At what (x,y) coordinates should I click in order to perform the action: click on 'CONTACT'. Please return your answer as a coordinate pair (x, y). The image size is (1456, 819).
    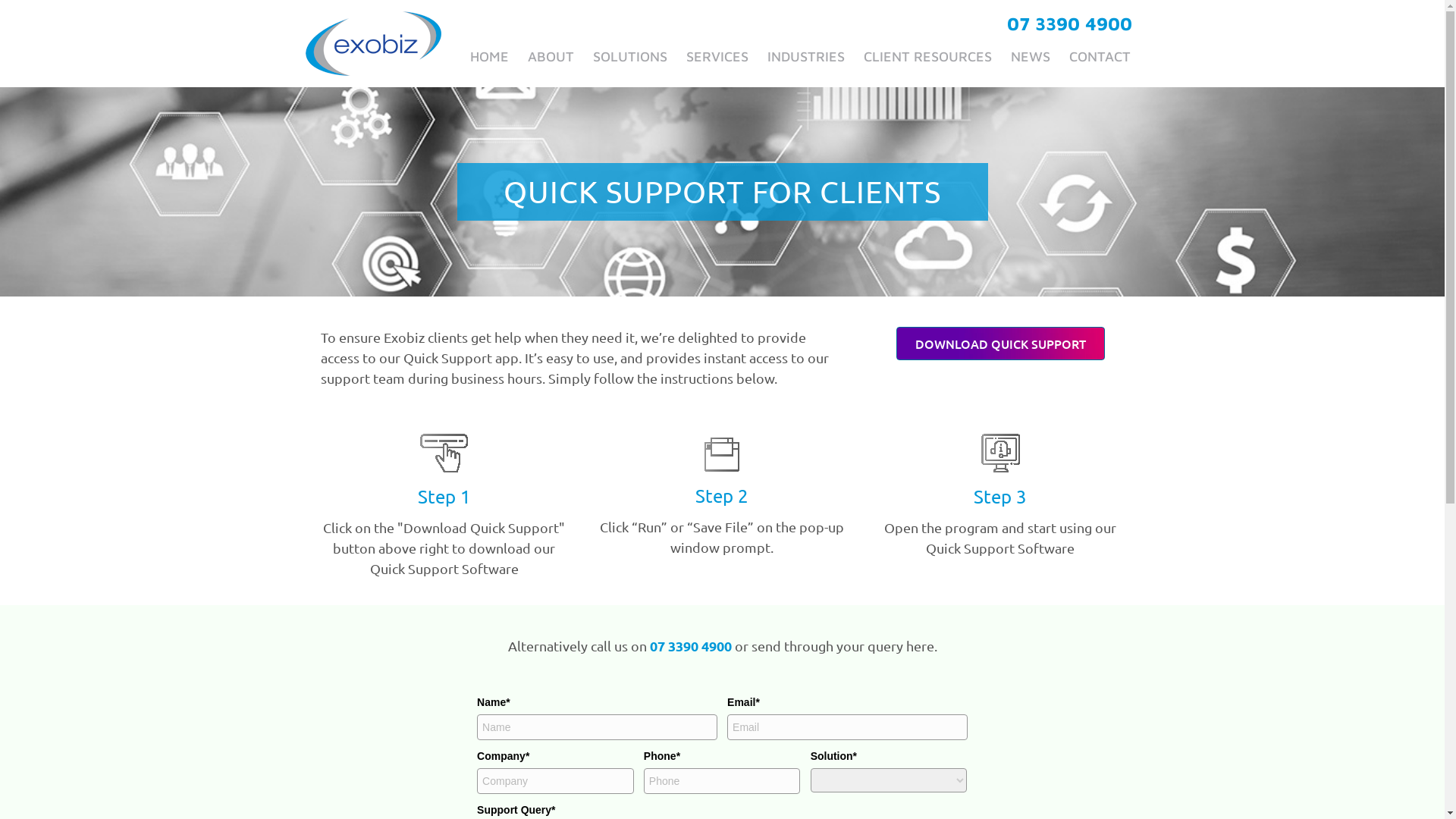
    Looking at the image, I should click on (1100, 55).